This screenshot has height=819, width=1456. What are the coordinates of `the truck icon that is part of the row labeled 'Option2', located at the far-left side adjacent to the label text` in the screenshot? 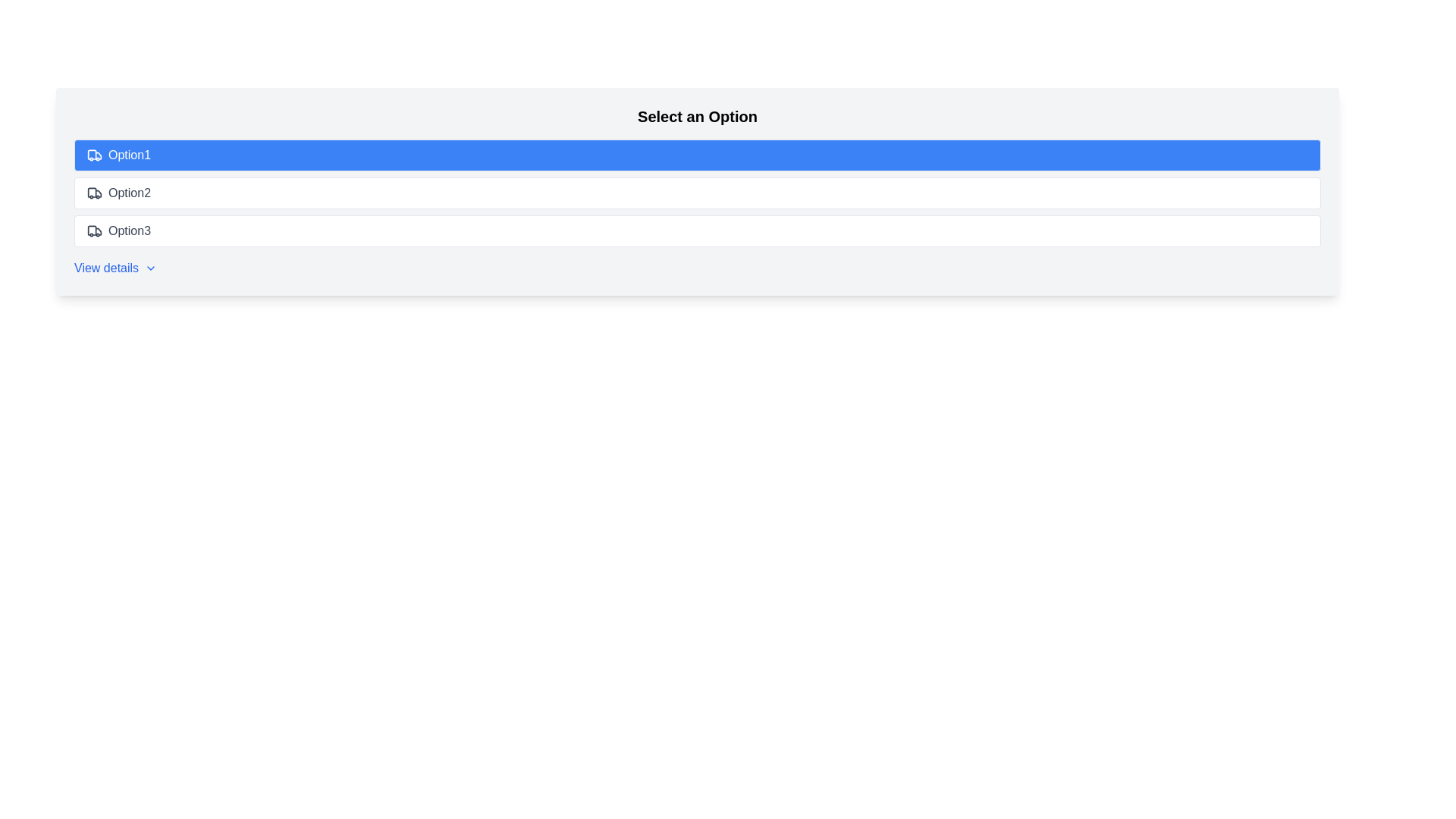 It's located at (93, 192).